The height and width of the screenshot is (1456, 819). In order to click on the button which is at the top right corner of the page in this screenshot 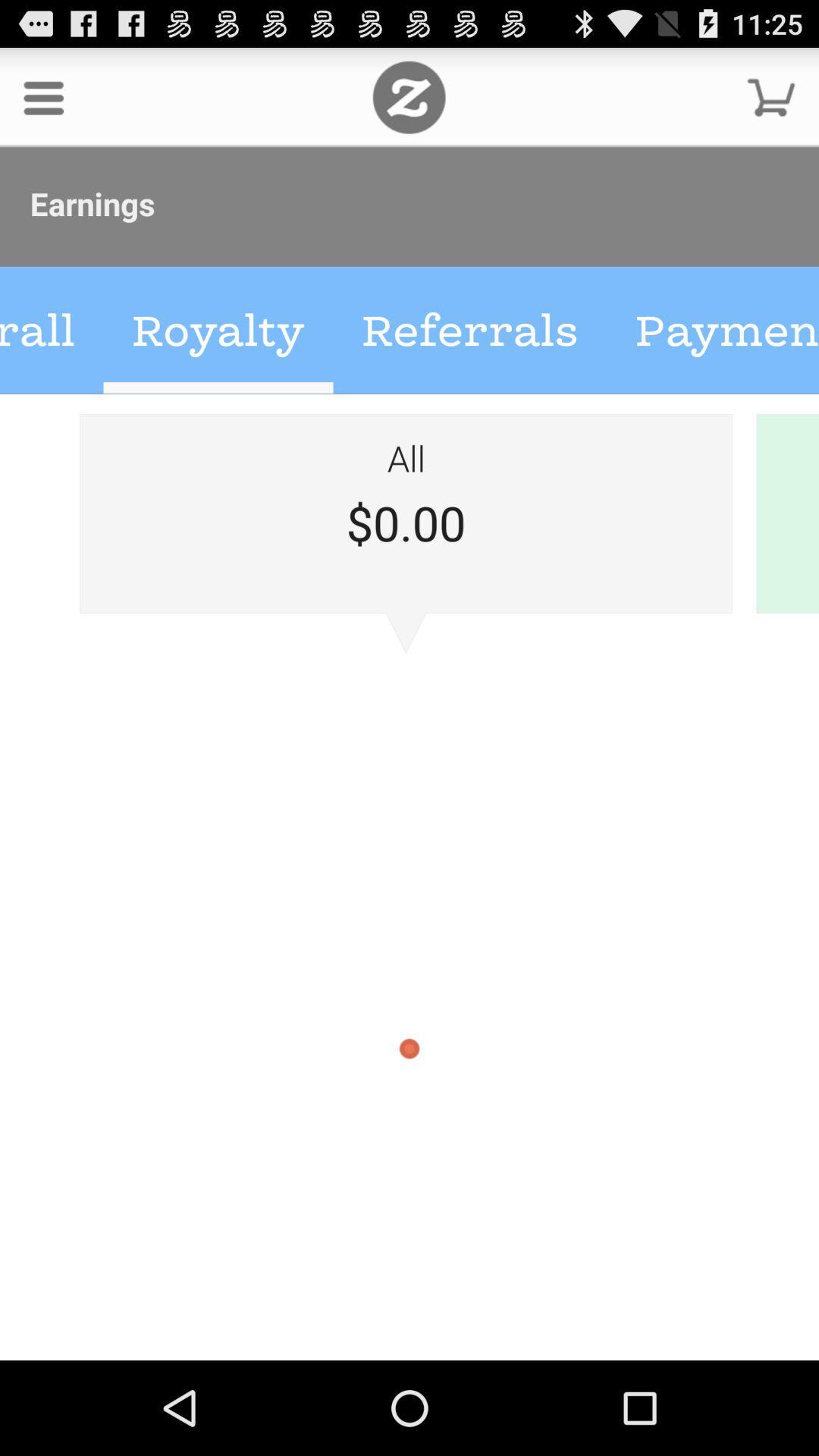, I will do `click(771, 96)`.